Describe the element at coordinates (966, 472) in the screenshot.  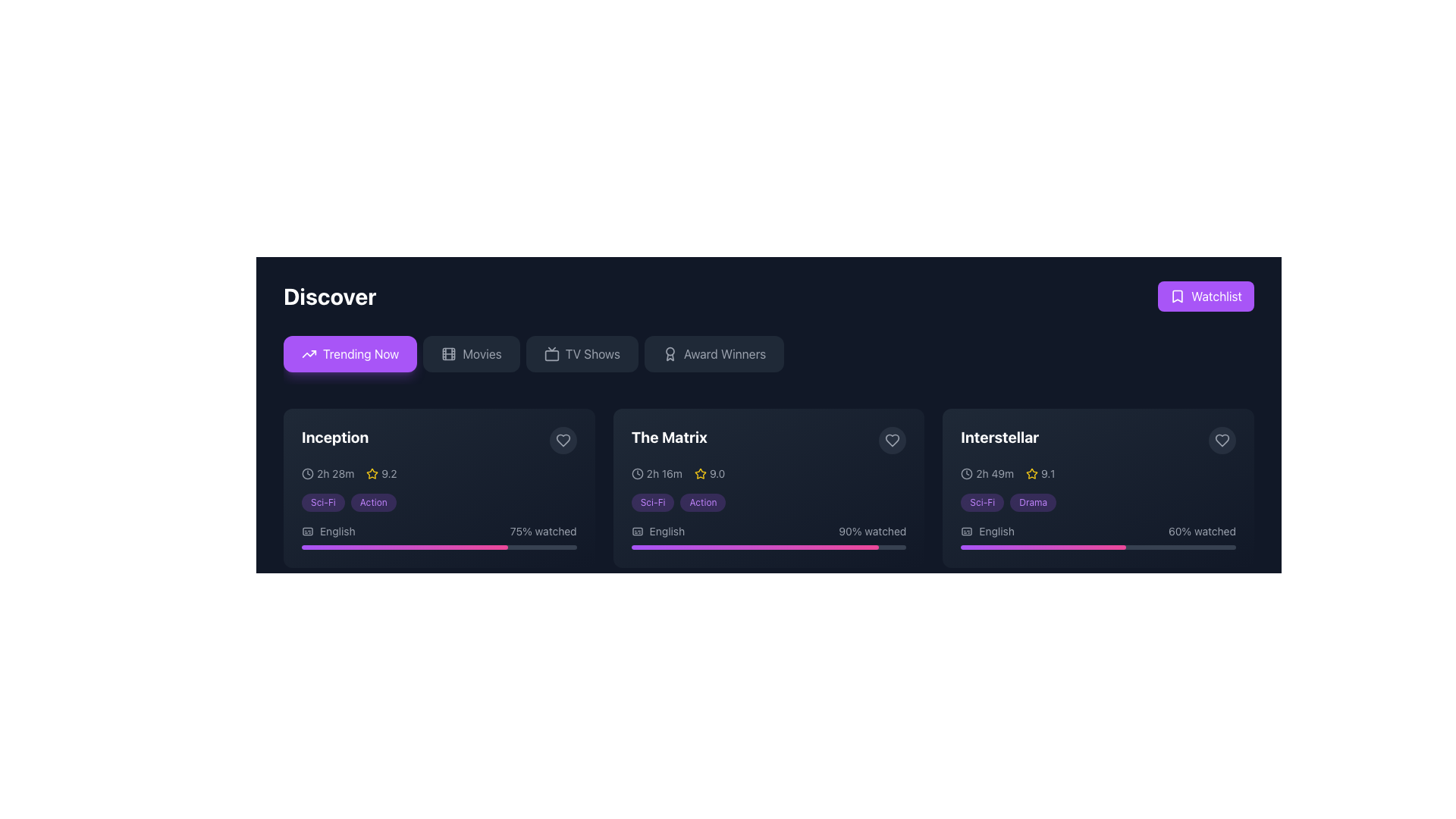
I see `the clock icon located in the 'Interstellar' card, positioned to the left of the text '2h 49m'` at that location.